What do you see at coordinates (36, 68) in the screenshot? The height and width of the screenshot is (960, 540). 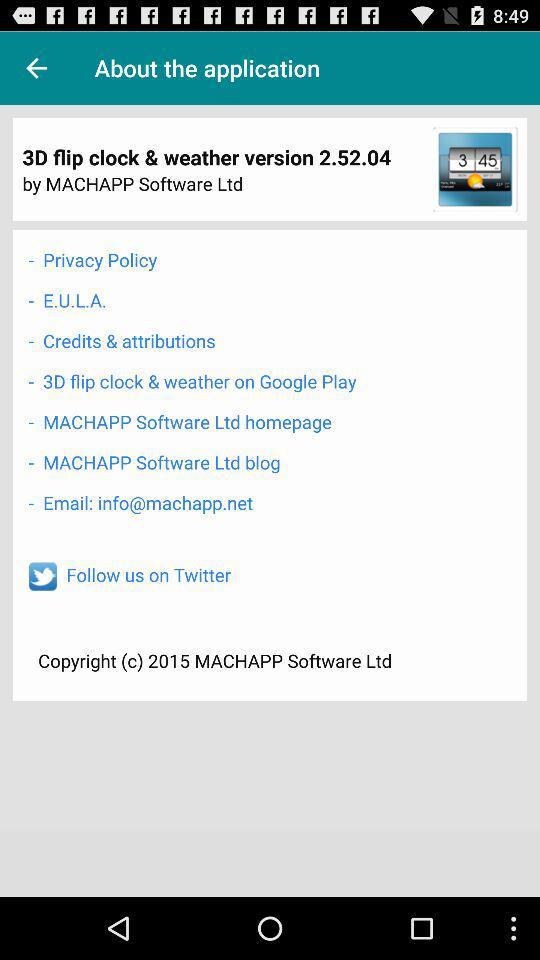 I see `item above 3d flip clock icon` at bounding box center [36, 68].